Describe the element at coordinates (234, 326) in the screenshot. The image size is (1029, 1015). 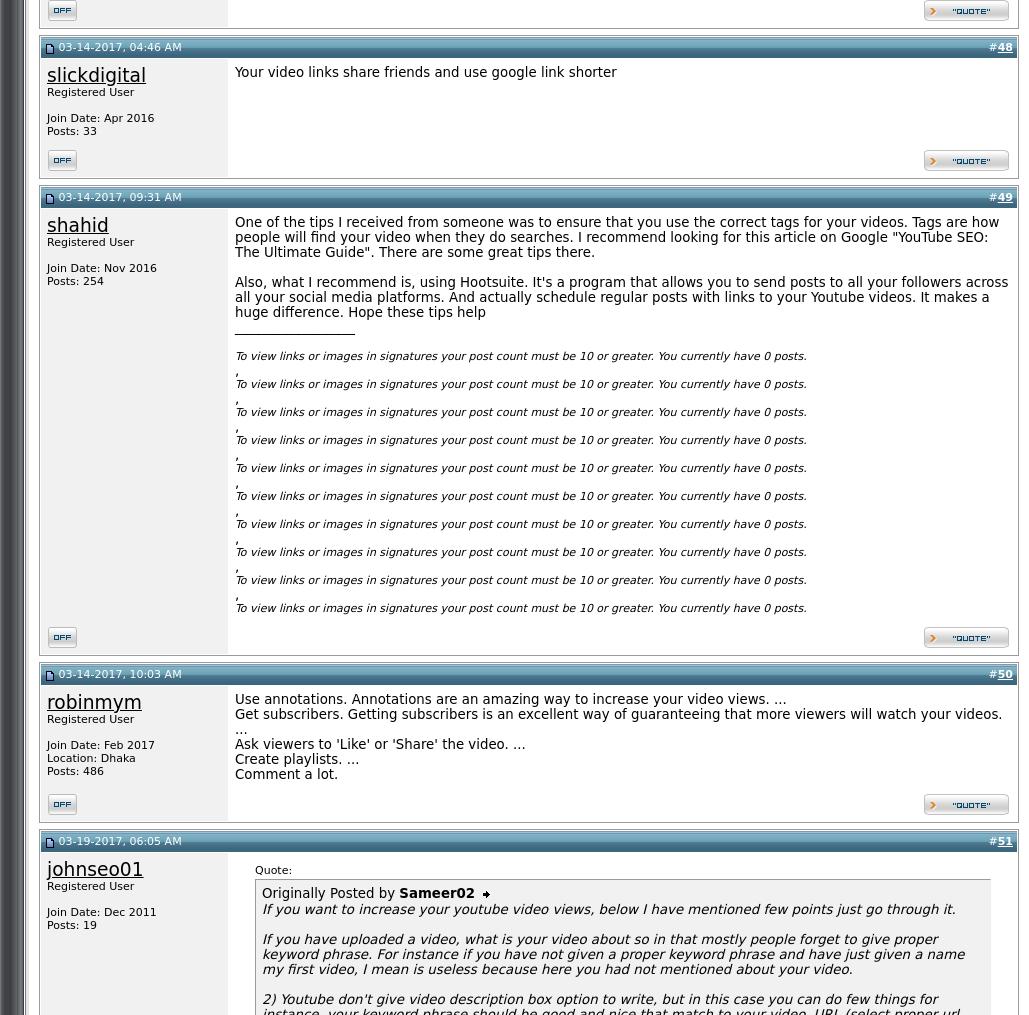
I see `'__________________'` at that location.